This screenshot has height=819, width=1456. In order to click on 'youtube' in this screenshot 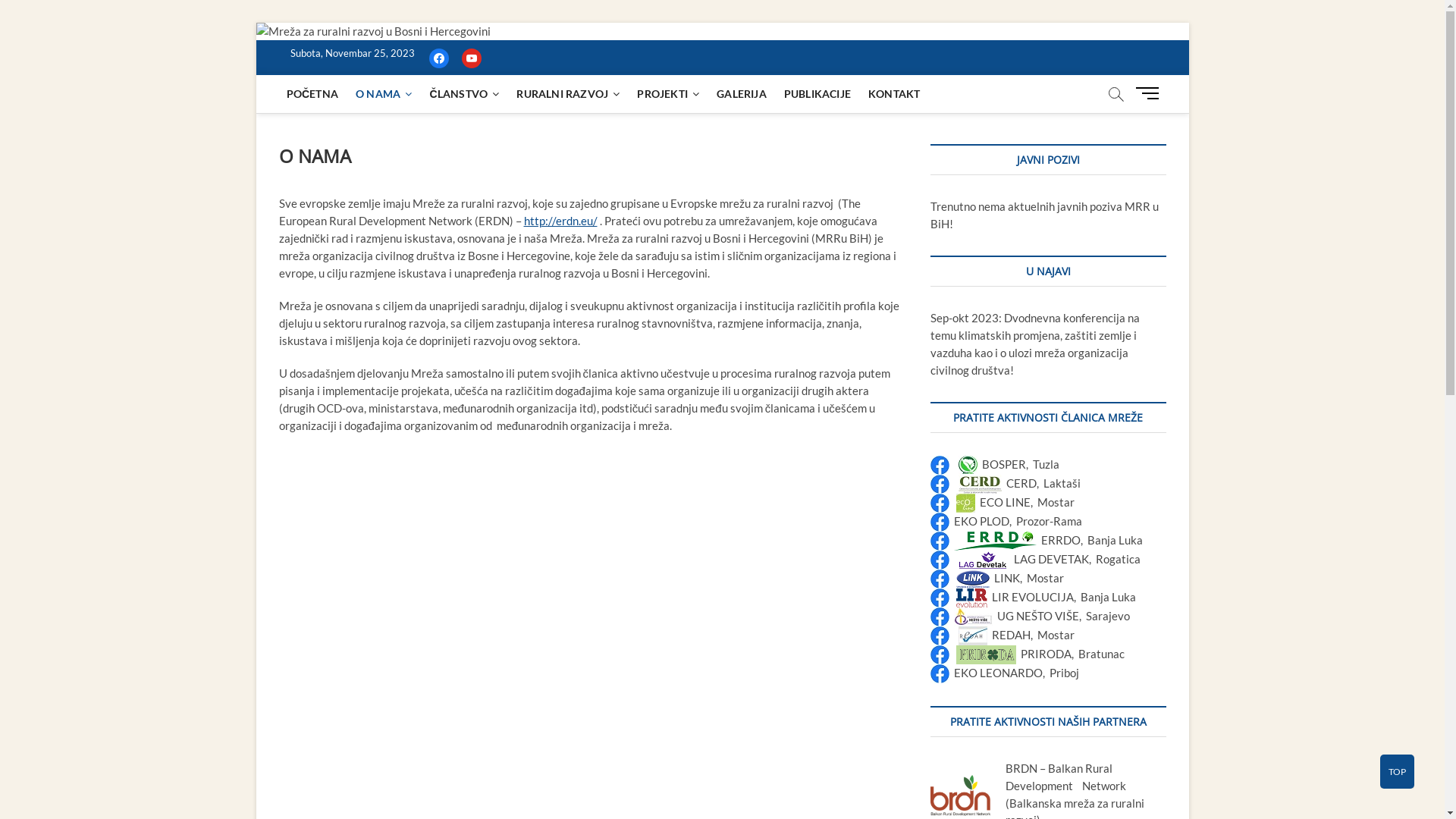, I will do `click(469, 55)`.